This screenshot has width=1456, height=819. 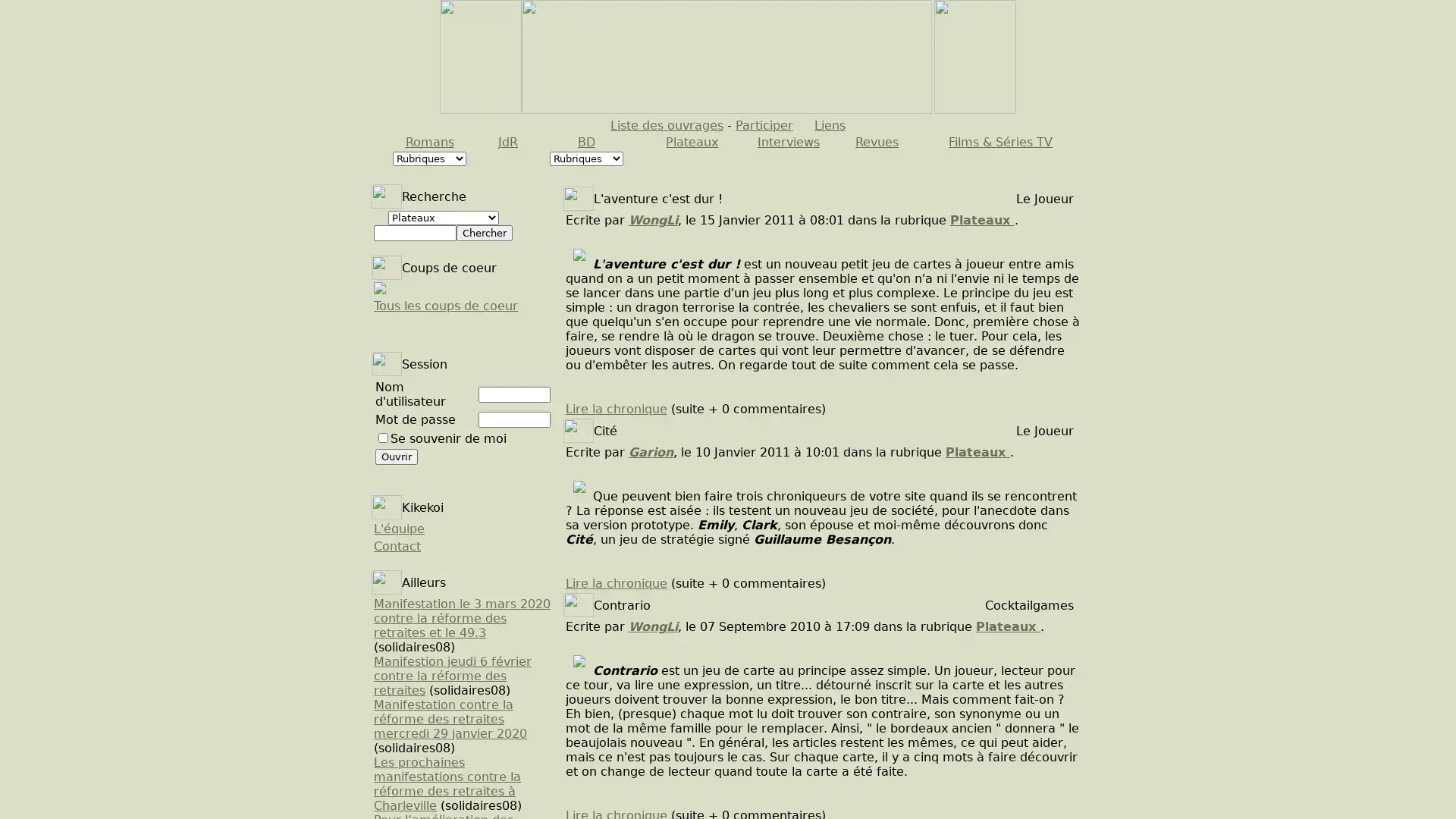 I want to click on Chercher, so click(x=483, y=233).